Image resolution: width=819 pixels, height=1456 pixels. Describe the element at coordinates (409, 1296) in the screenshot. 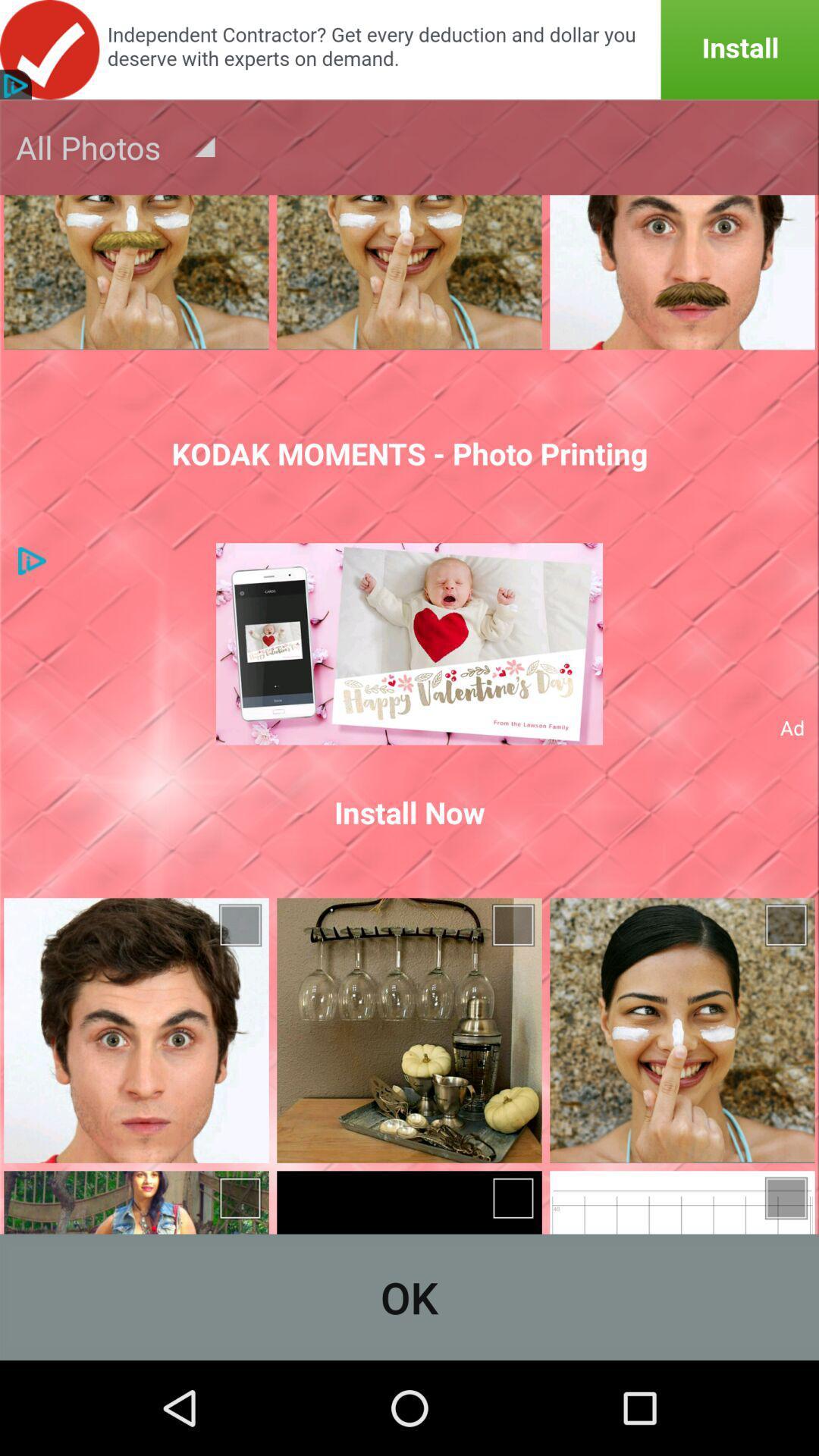

I see `the ok item` at that location.